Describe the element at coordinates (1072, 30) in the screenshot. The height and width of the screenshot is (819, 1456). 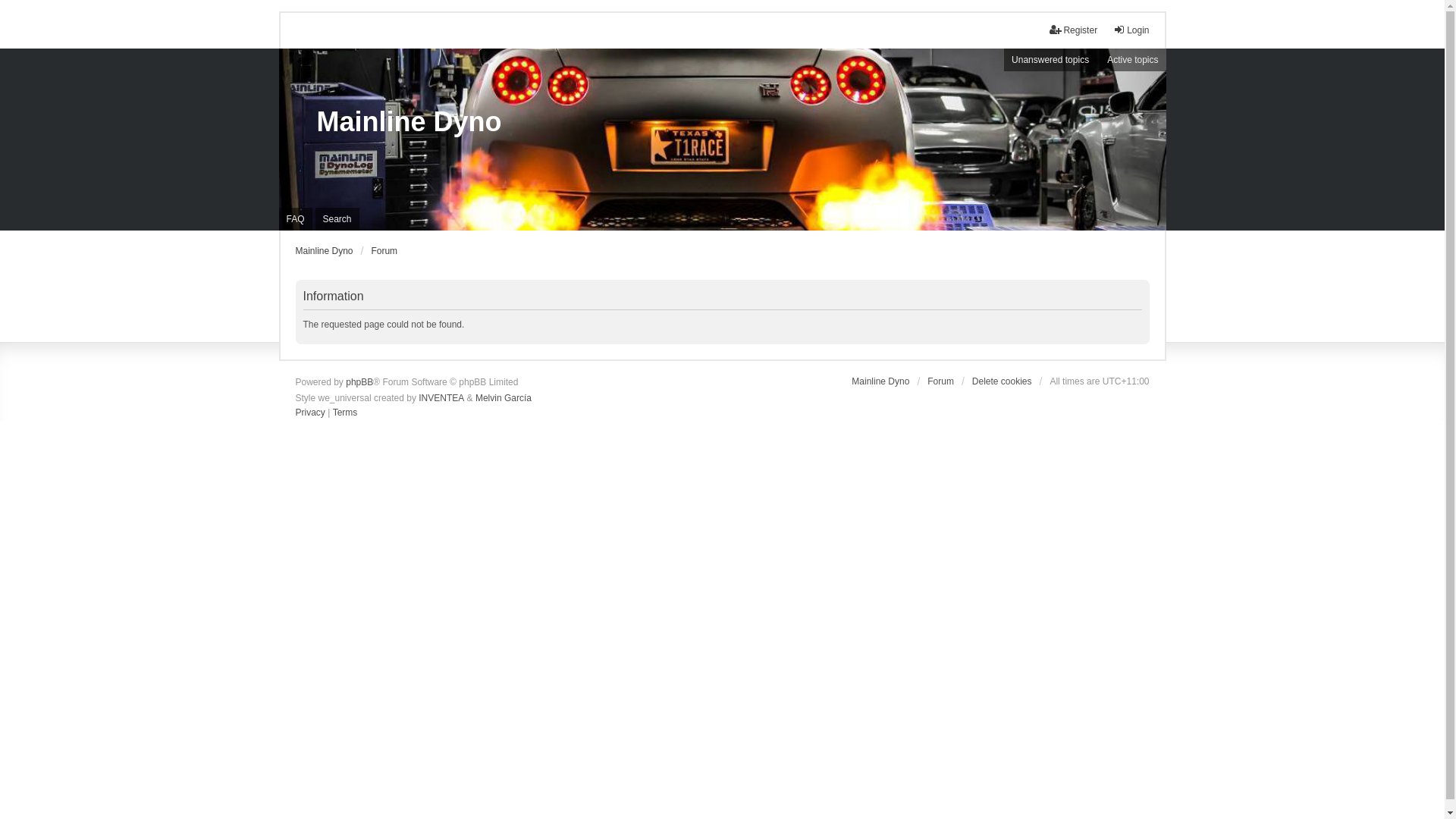
I see `'Register'` at that location.